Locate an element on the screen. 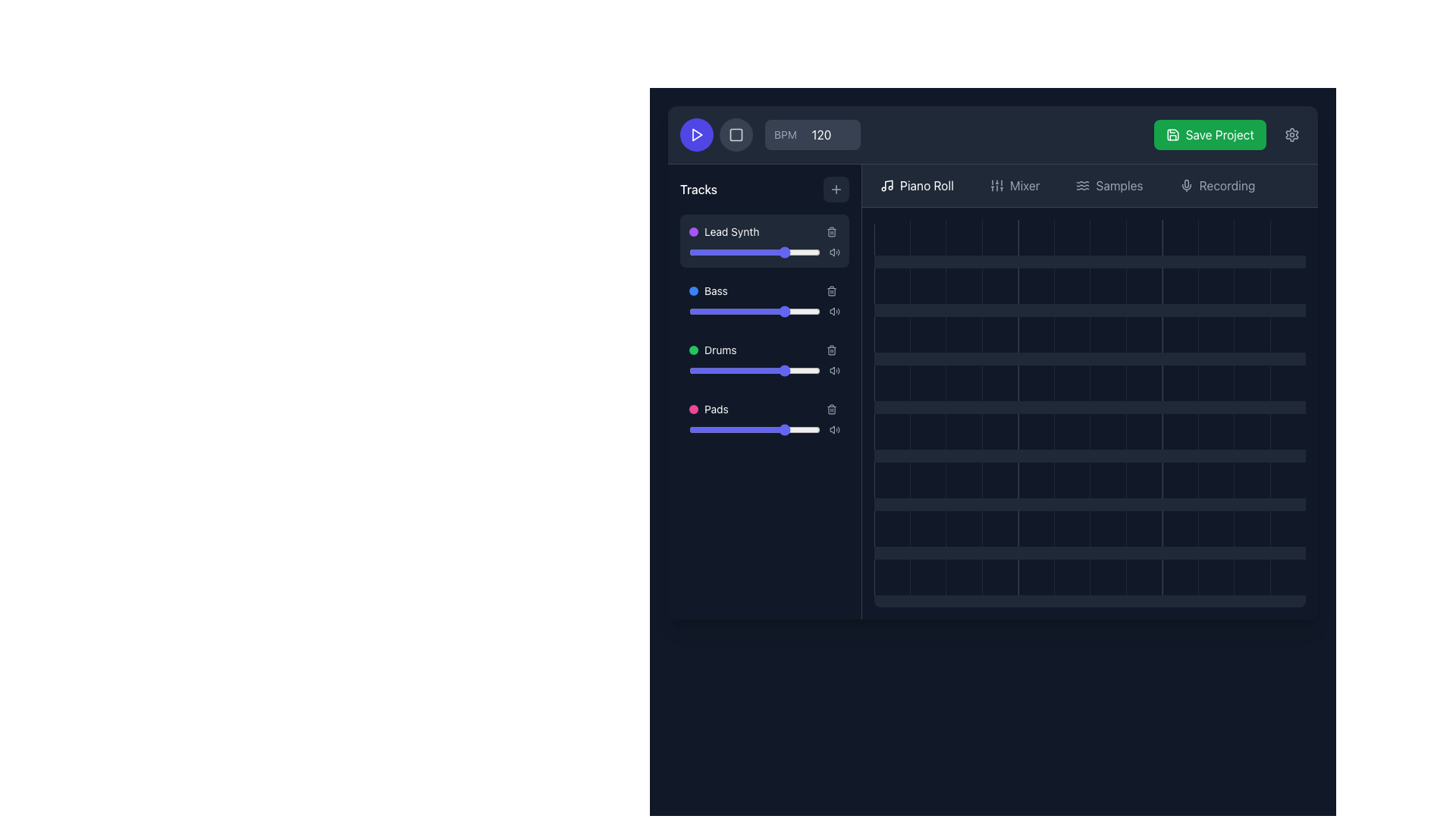 This screenshot has height=819, width=1456. the interactive grid cell located in the fourth row and tenth column of the grid, identified by its dark gray background that changes to lighter gray when hovered over is located at coordinates (1216, 382).